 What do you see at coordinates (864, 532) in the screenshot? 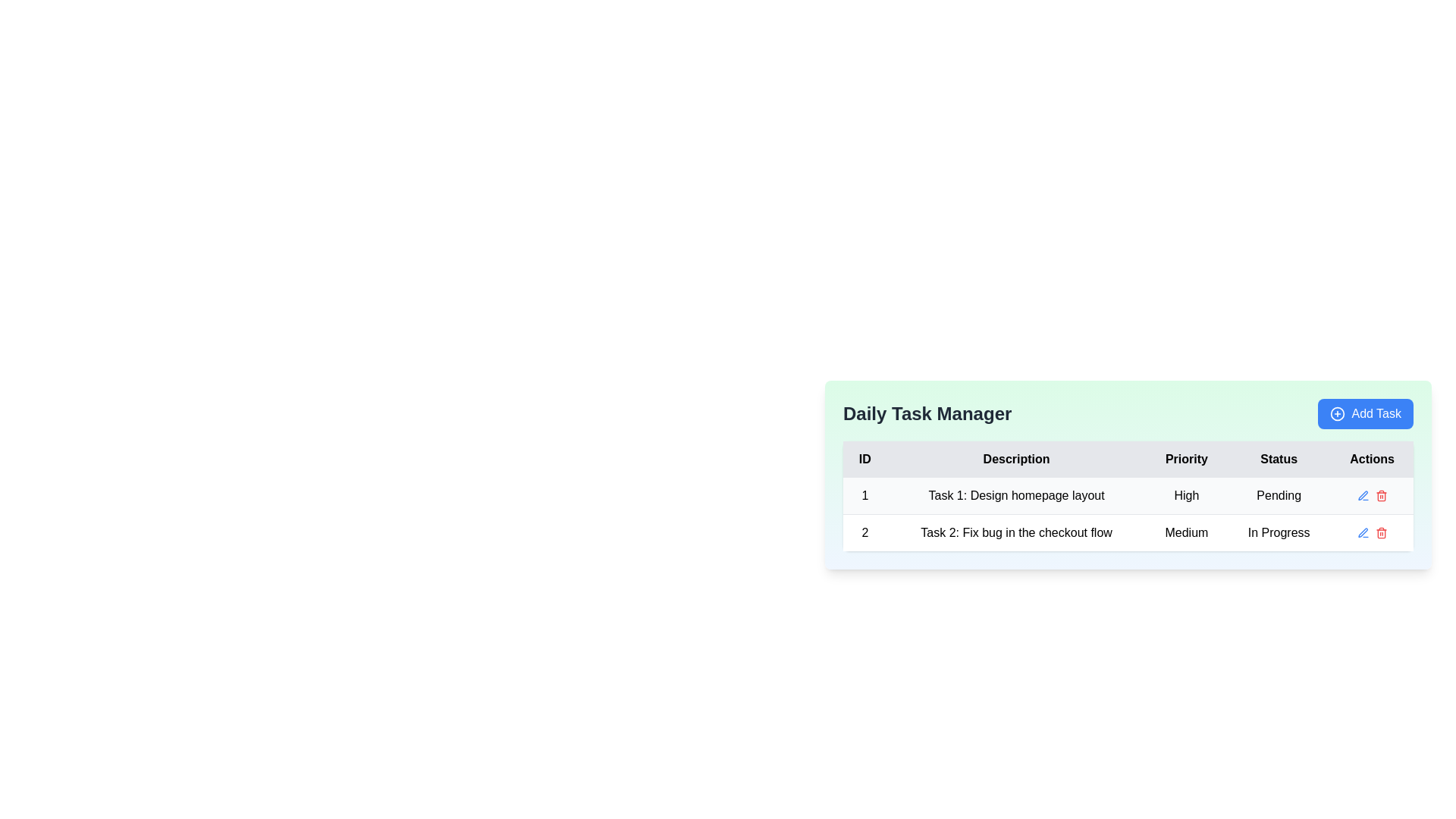
I see `the Text label displaying the identifier of the task in the first cell of the second row in the 'Daily Task Manager' table` at bounding box center [864, 532].